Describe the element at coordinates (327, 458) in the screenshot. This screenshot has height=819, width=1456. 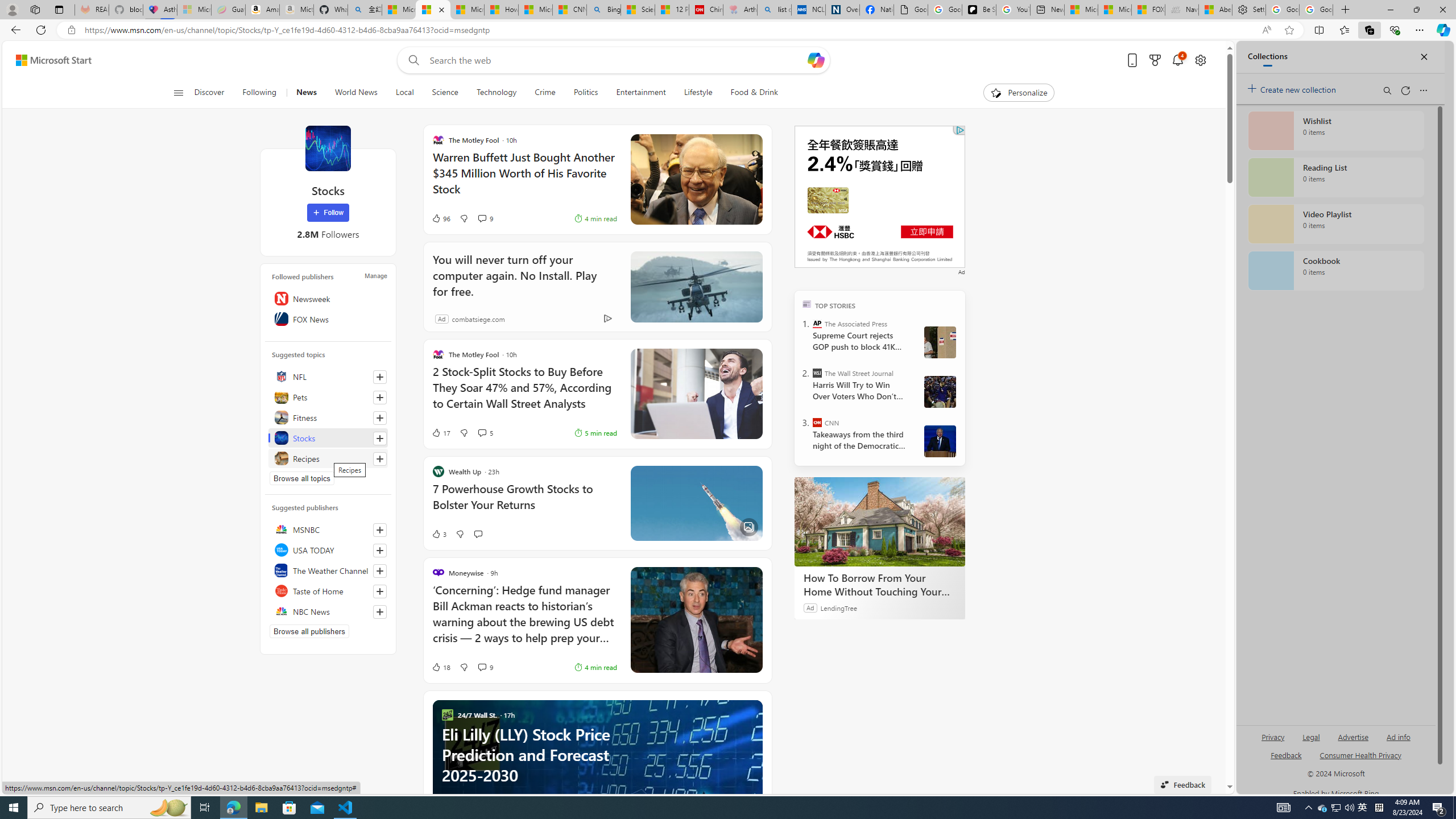
I see `'Recipes'` at that location.